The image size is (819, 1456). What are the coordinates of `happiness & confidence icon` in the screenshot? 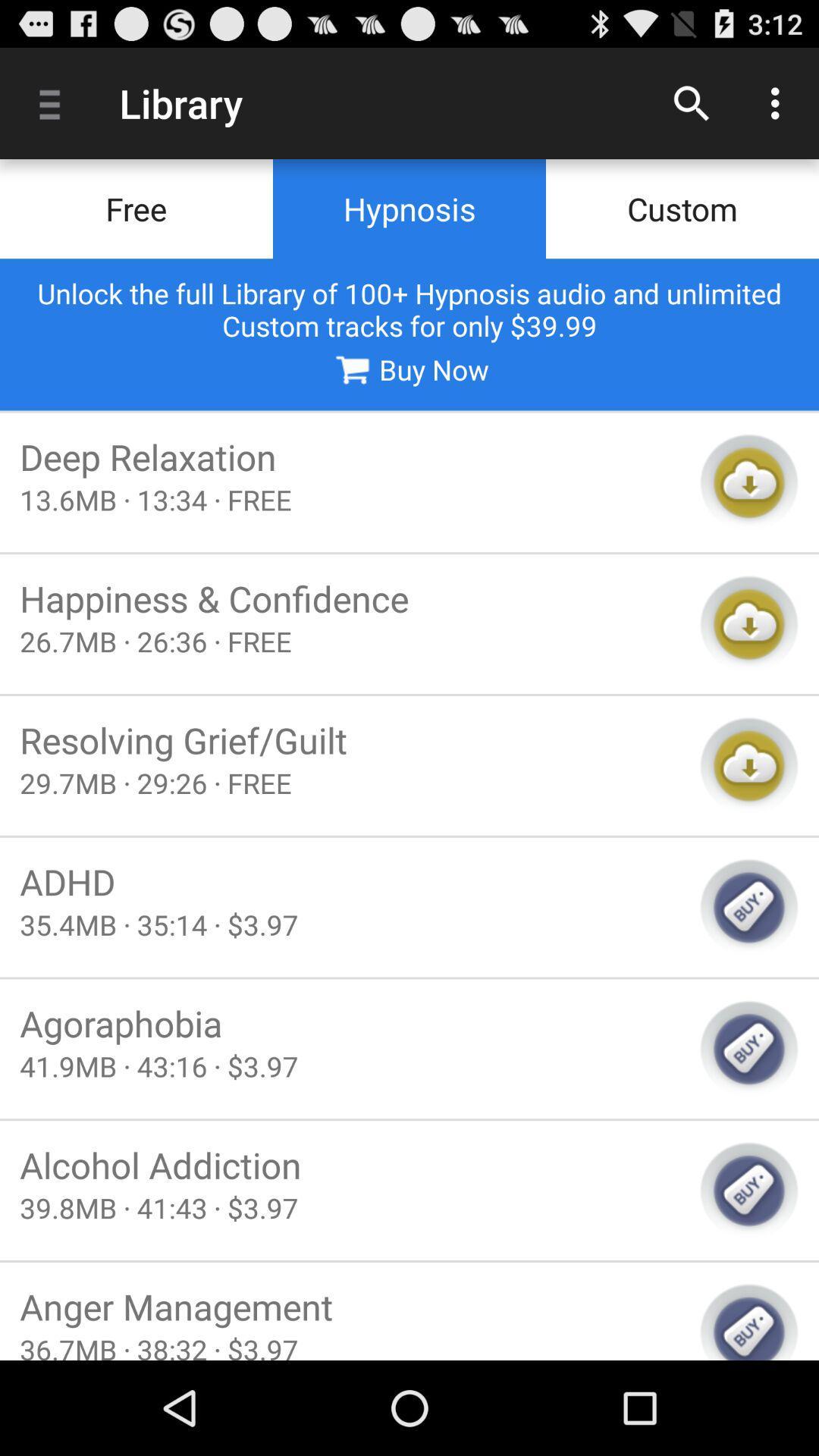 It's located at (350, 598).